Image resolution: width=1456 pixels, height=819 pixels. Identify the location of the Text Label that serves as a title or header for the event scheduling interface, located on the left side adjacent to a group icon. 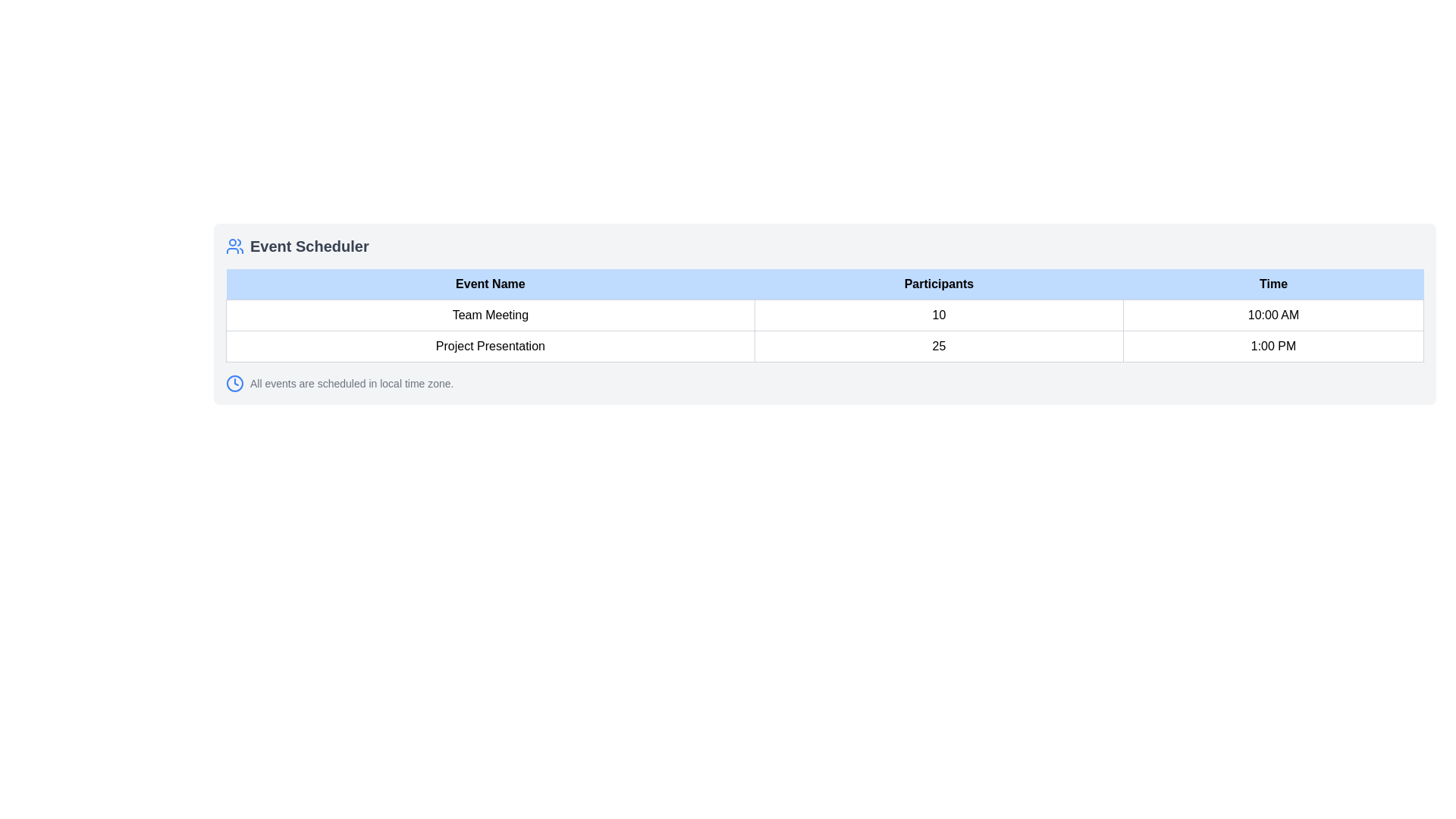
(309, 245).